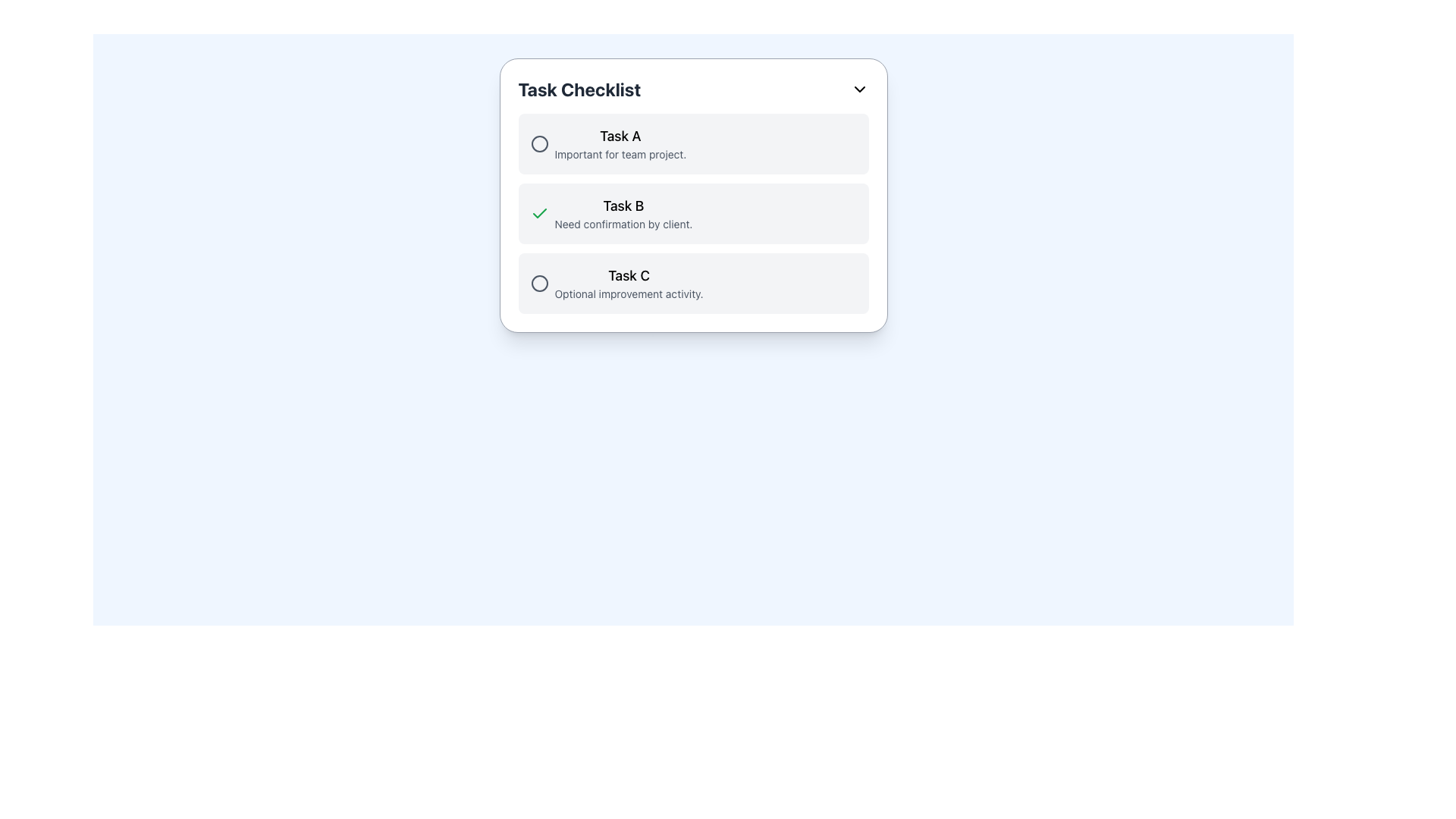 Image resolution: width=1456 pixels, height=819 pixels. What do you see at coordinates (539, 143) in the screenshot?
I see `the circular gray icon with a transparent center located near the 'Task A Important for team project' text in the checklist component` at bounding box center [539, 143].